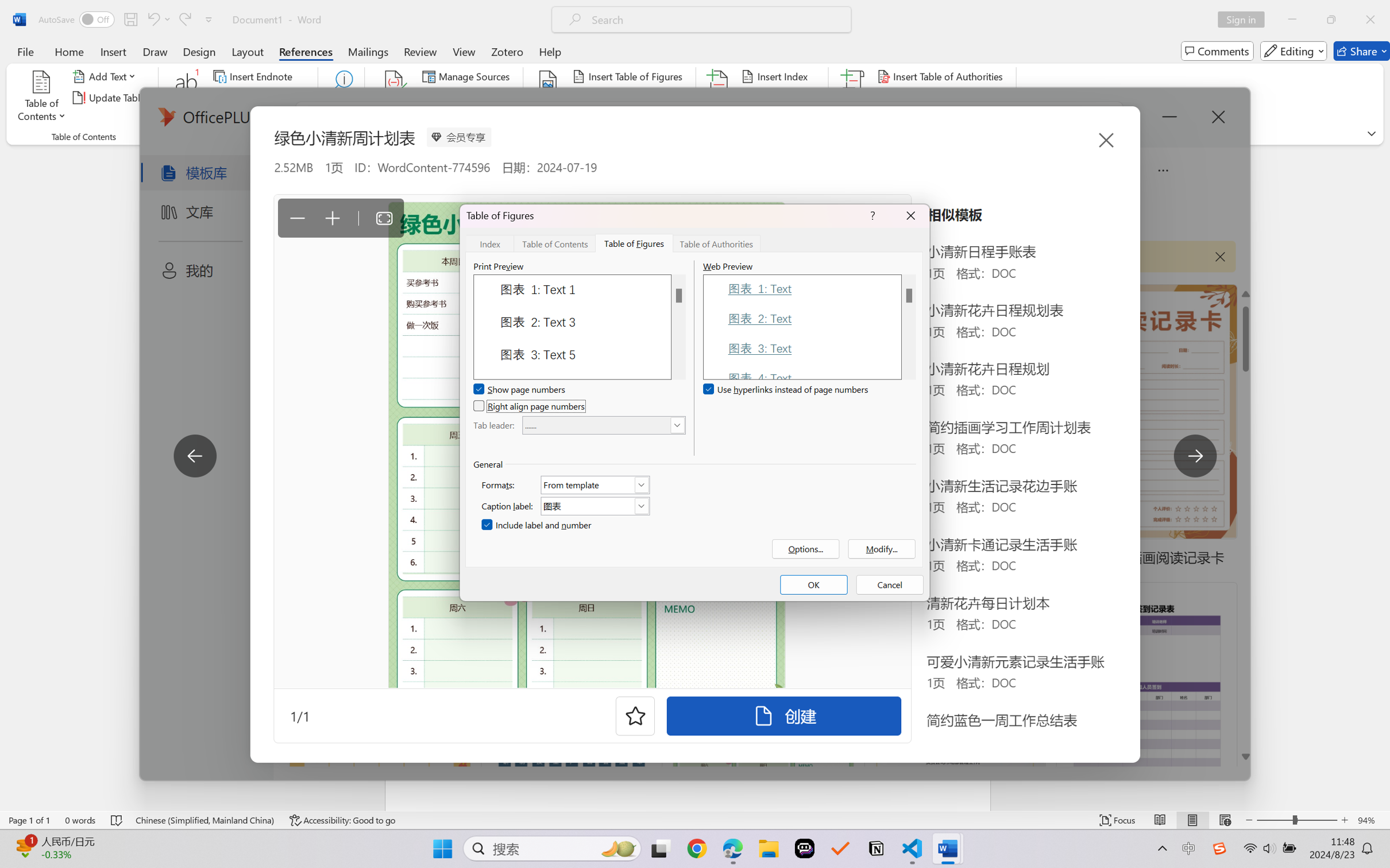 Image resolution: width=1390 pixels, height=868 pixels. What do you see at coordinates (490, 242) in the screenshot?
I see `'Index'` at bounding box center [490, 242].